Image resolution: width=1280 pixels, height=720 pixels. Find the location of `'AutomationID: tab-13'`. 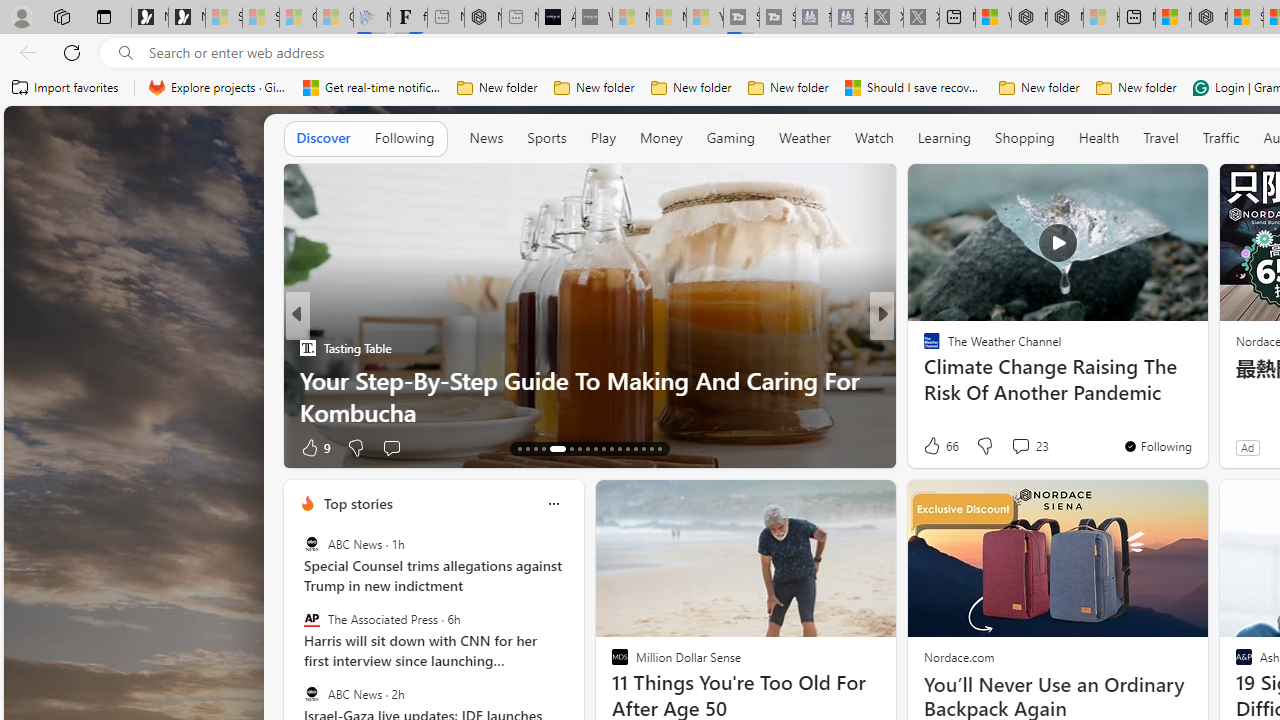

'AutomationID: tab-13' is located at coordinates (519, 447).